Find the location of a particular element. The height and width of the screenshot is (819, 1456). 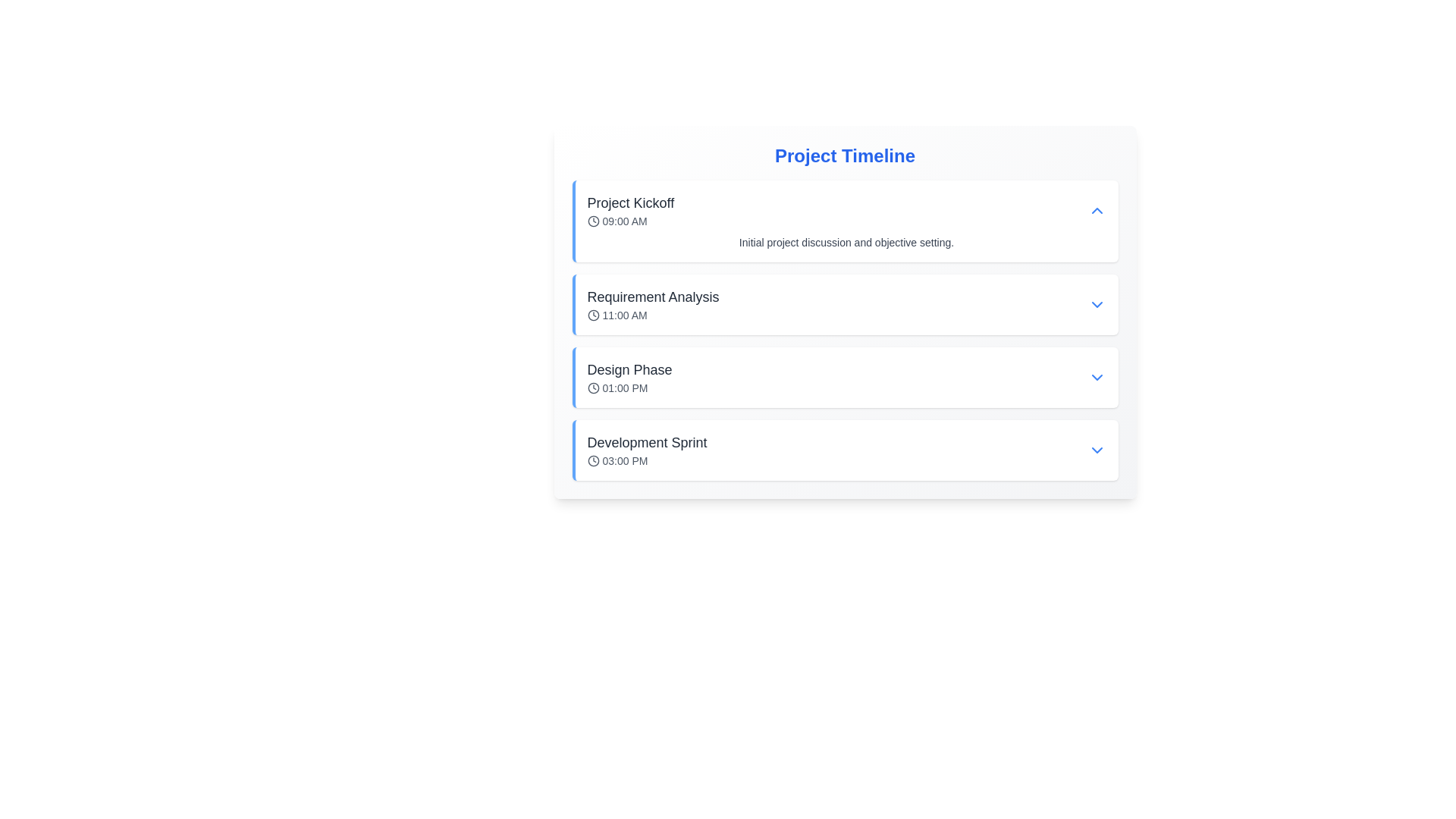

the '01:00 PM' time display in the timeline section under the 'Design Phase' entry to focus is located at coordinates (629, 388).